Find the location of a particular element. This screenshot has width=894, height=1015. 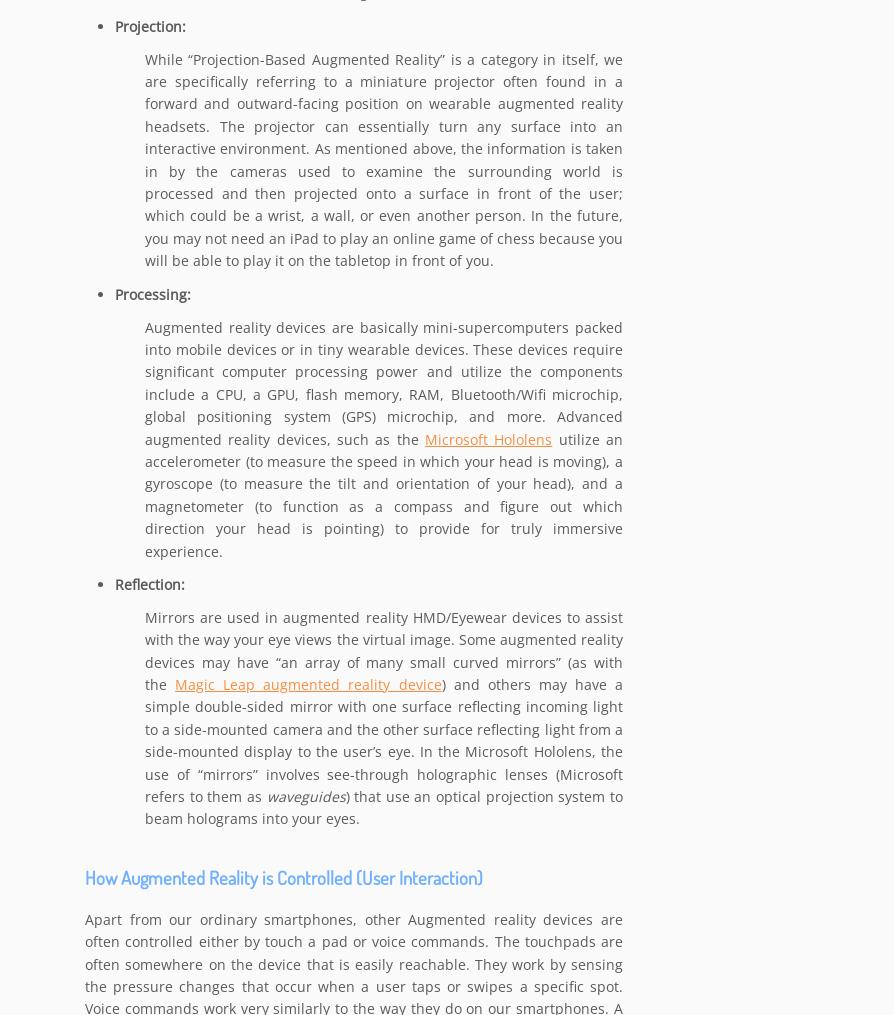

'Projection:' is located at coordinates (114, 26).